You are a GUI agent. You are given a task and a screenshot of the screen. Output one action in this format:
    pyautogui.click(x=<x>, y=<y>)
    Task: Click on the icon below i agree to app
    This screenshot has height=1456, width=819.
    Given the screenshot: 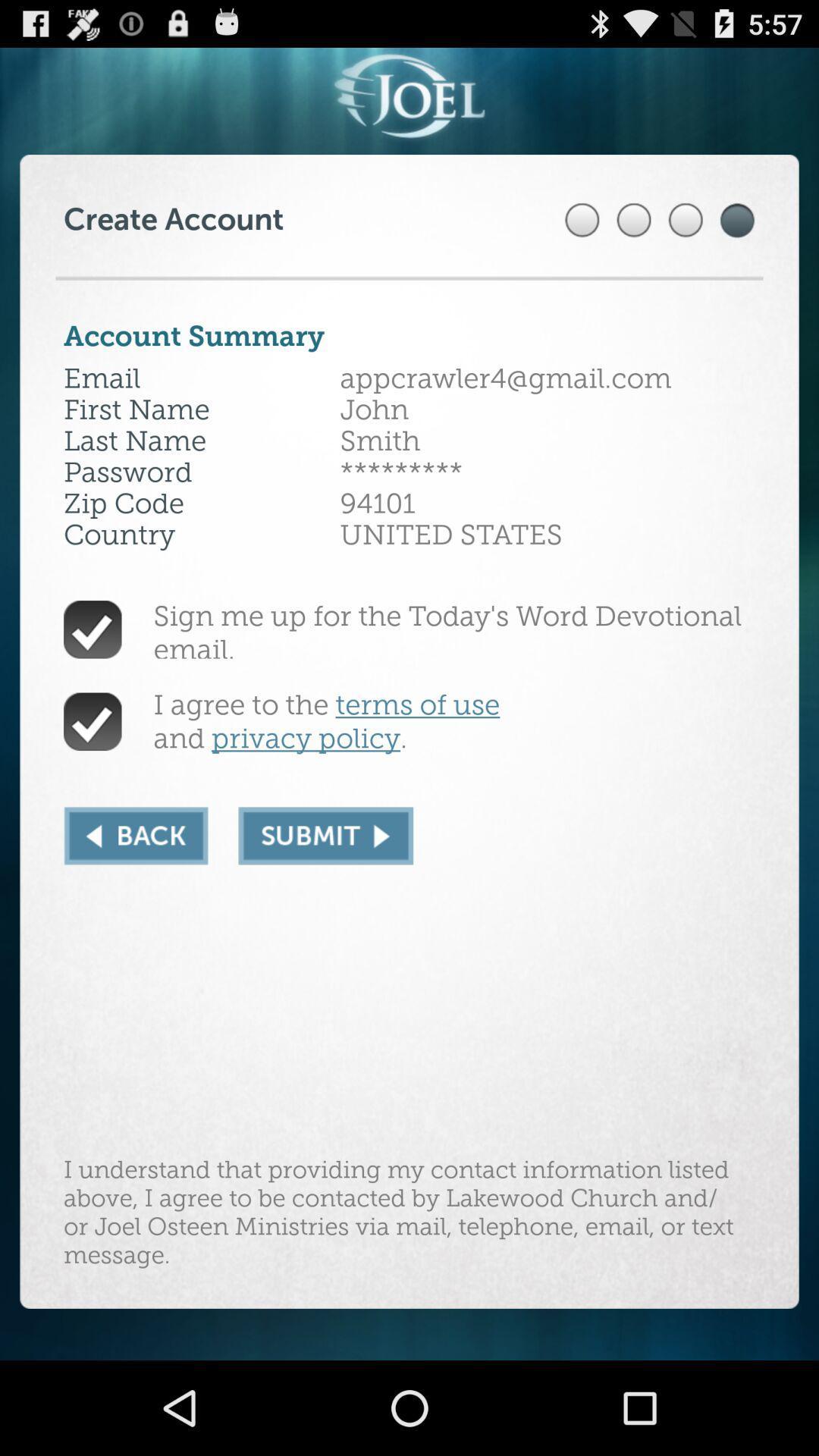 What is the action you would take?
    pyautogui.click(x=325, y=835)
    